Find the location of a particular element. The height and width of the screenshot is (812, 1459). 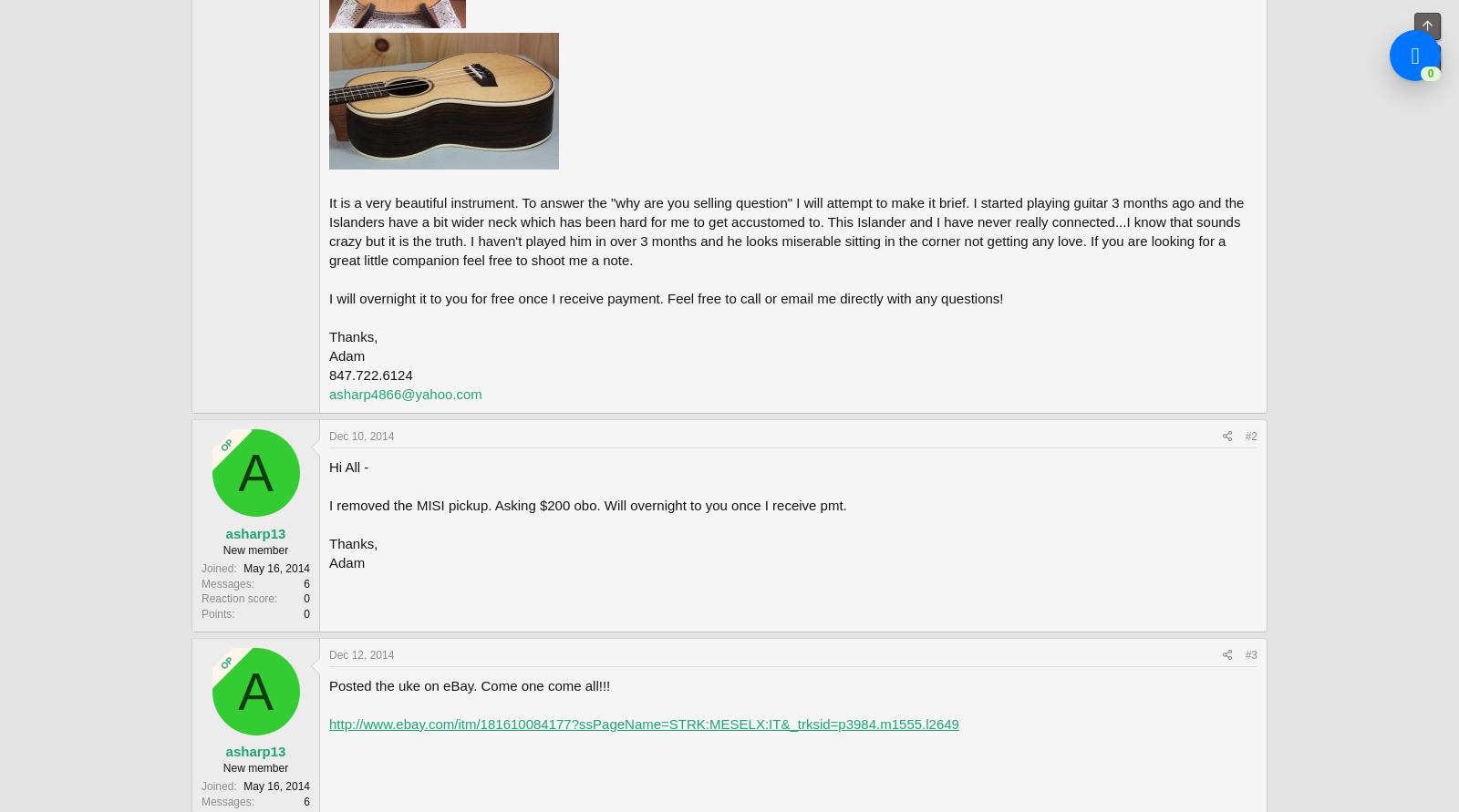

'#3' is located at coordinates (1250, 653).